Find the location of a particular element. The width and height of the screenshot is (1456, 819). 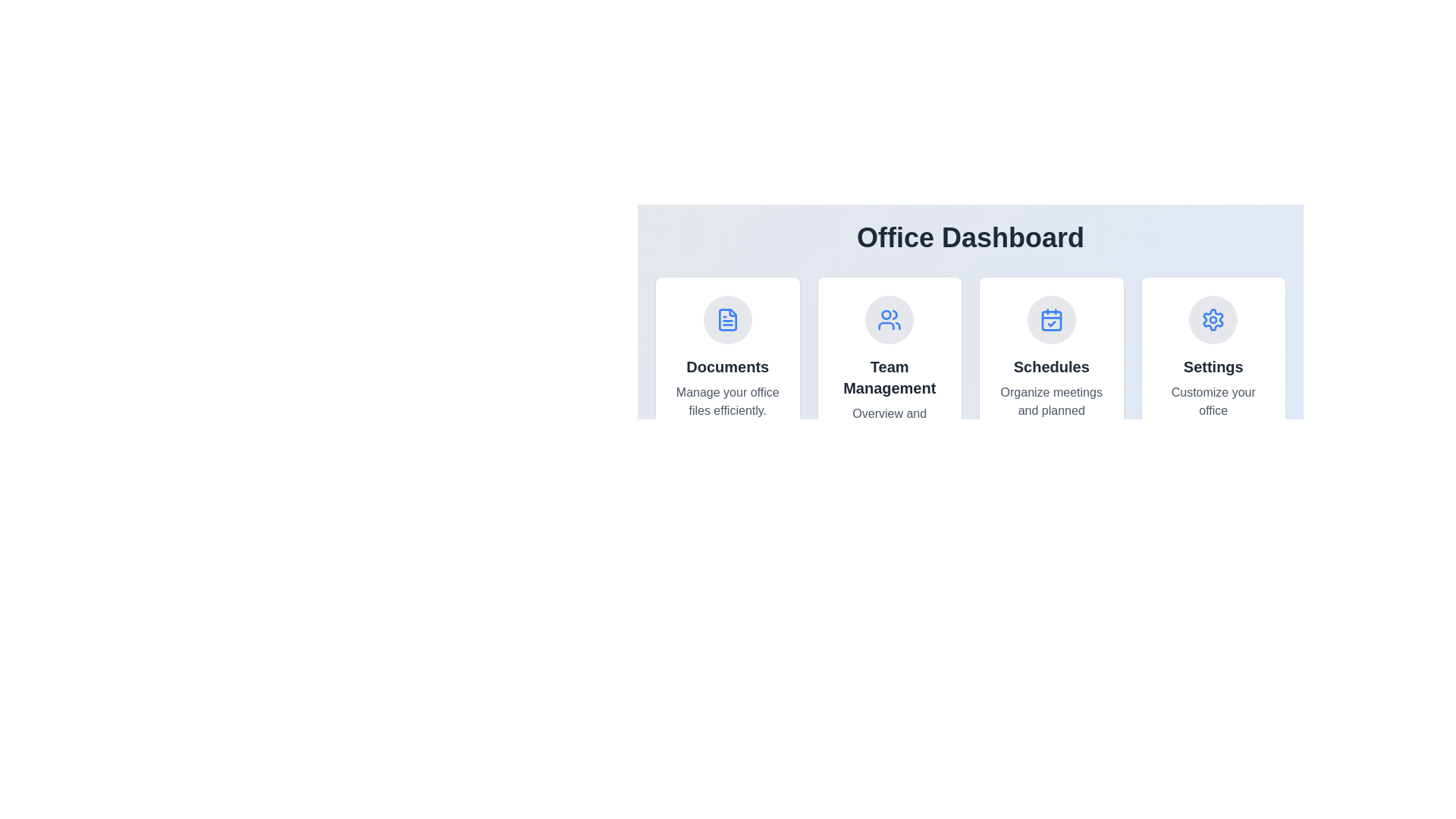

the circular icon with a gray background and blue calendar symbol, which is located at the top center of the 'Schedules' card in the Office Dashboard is located at coordinates (1050, 318).